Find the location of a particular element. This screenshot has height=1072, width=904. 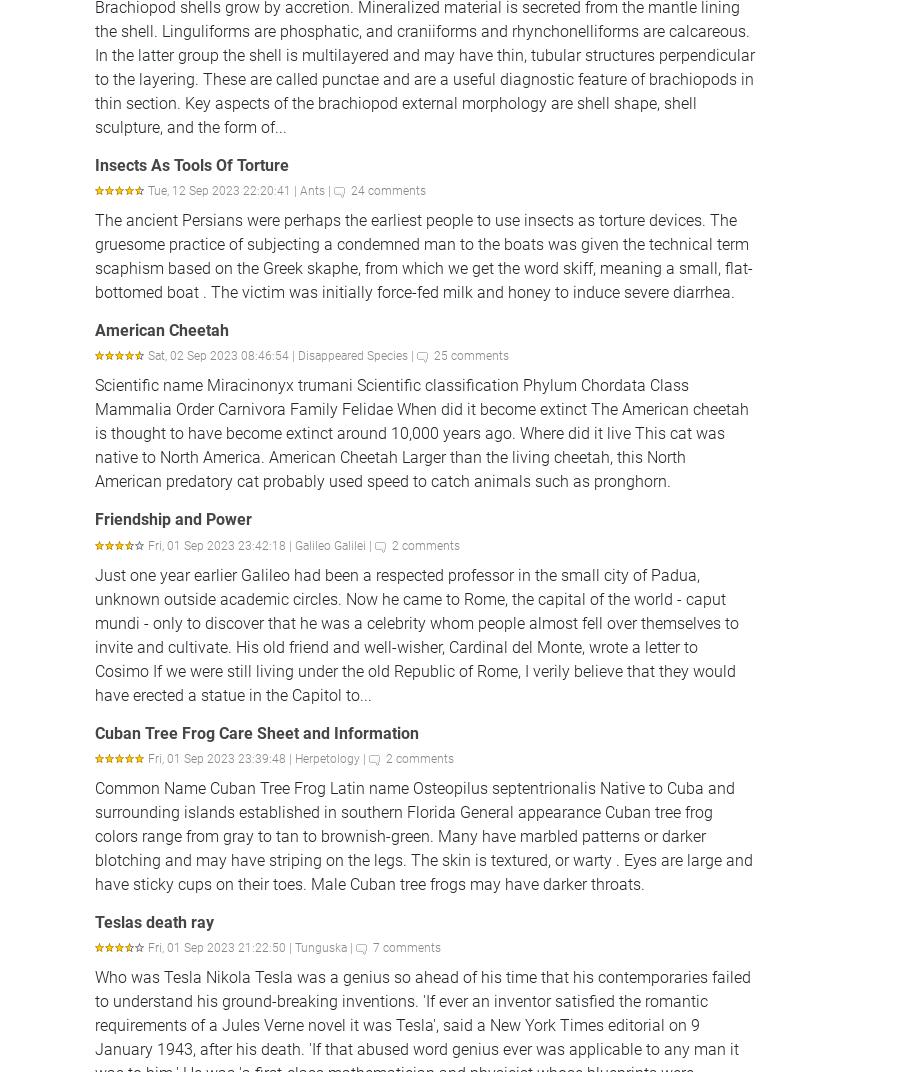

'American Cheetah' is located at coordinates (160, 329).